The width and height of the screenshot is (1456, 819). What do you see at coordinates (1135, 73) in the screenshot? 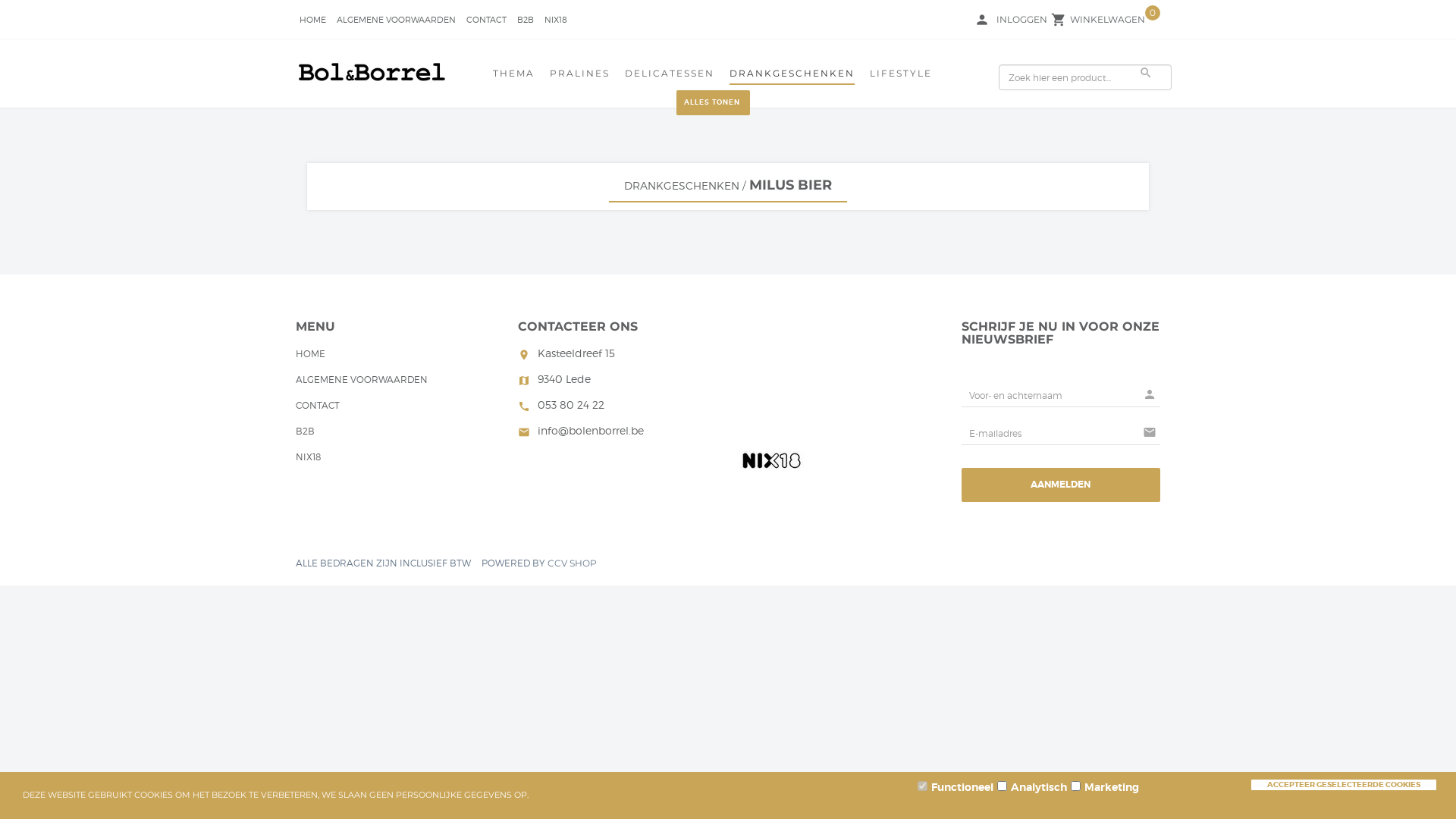
I see `'search'` at bounding box center [1135, 73].